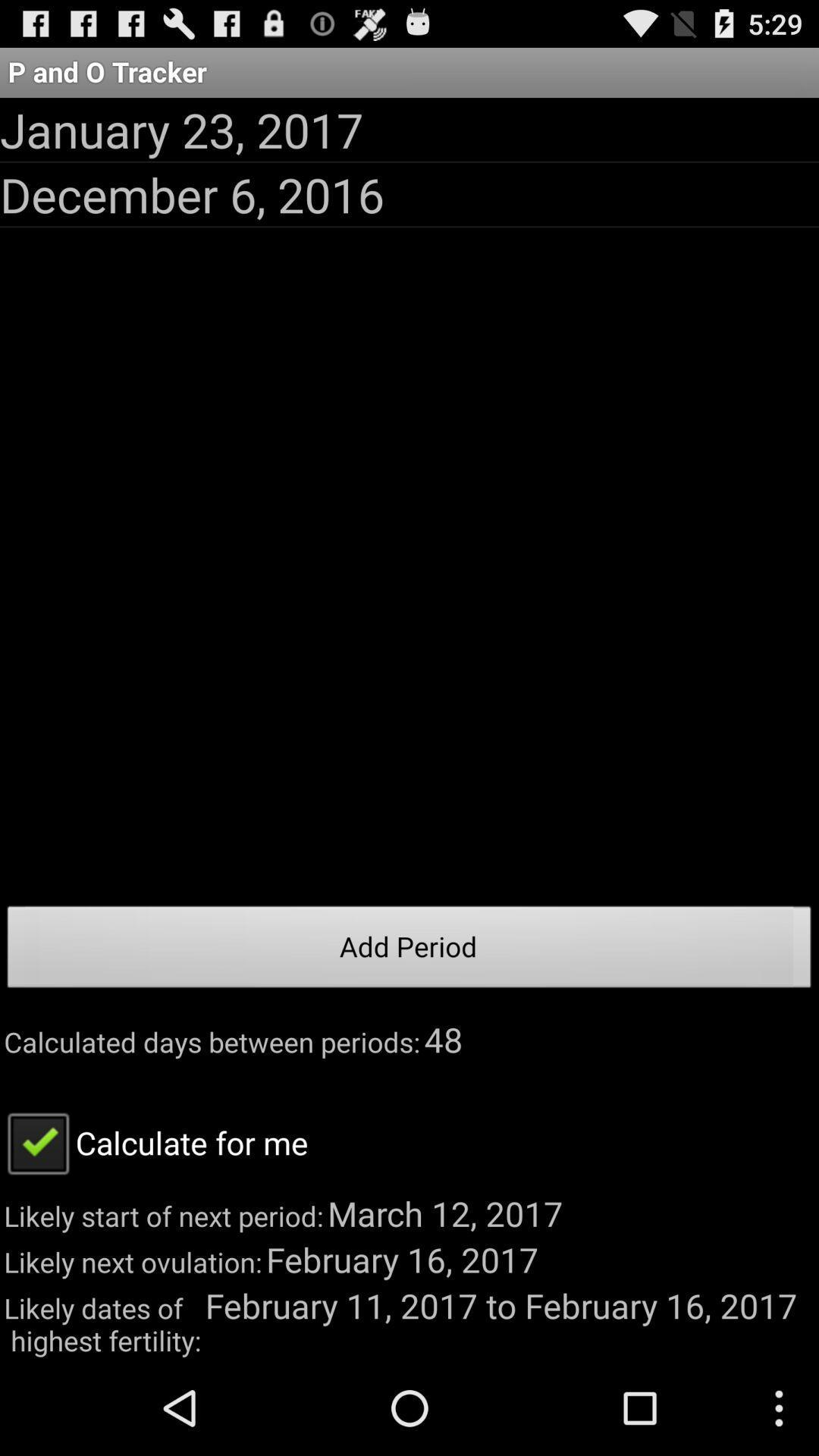  I want to click on app below january 23, 2017 app, so click(191, 193).